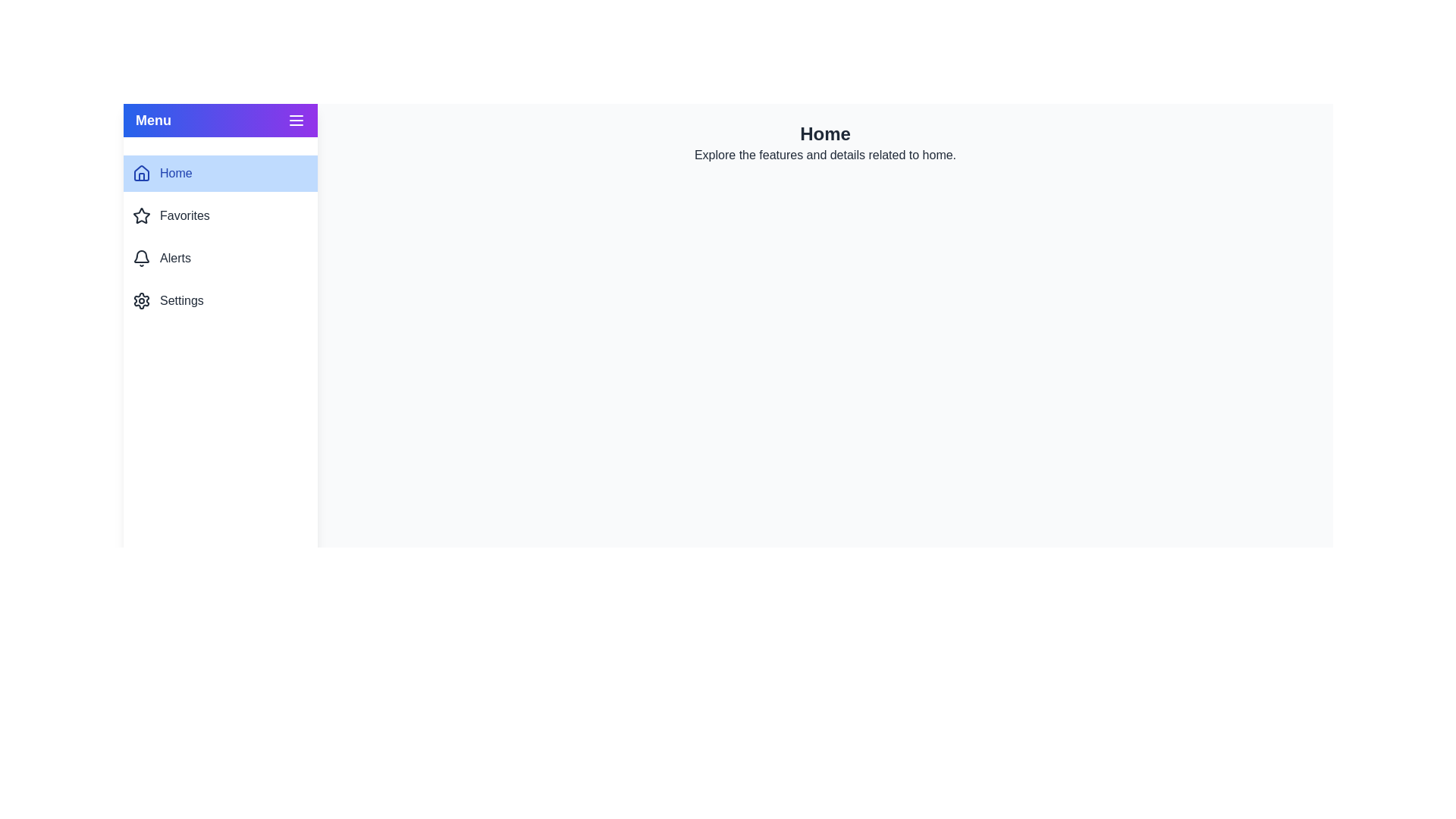  What do you see at coordinates (824, 155) in the screenshot?
I see `descriptive subtitle text located directly beneath the 'Home' heading in the central content area` at bounding box center [824, 155].